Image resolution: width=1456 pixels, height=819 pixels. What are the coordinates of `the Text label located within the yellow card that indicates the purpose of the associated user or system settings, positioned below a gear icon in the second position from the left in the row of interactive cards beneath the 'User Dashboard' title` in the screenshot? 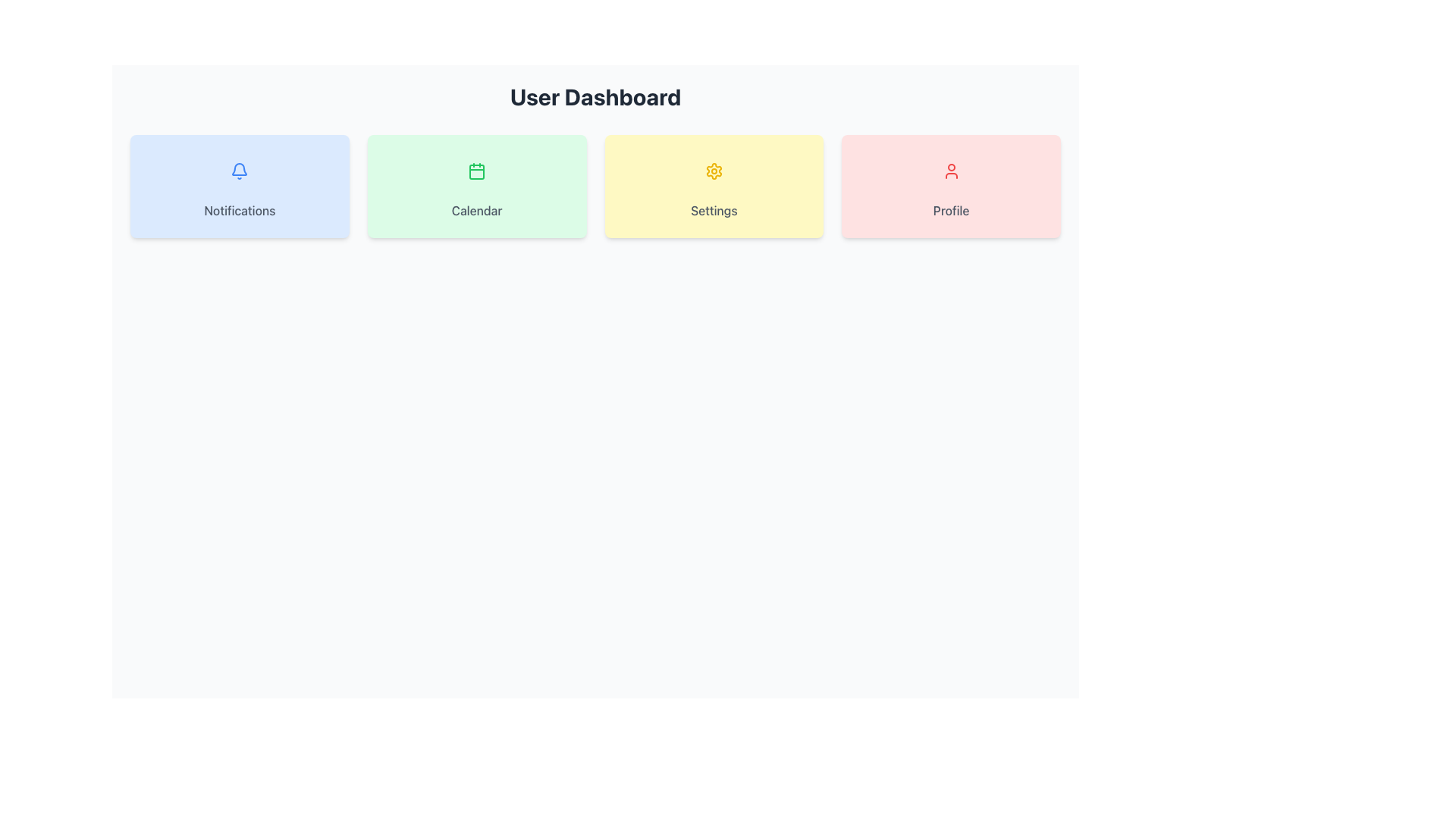 It's located at (713, 210).